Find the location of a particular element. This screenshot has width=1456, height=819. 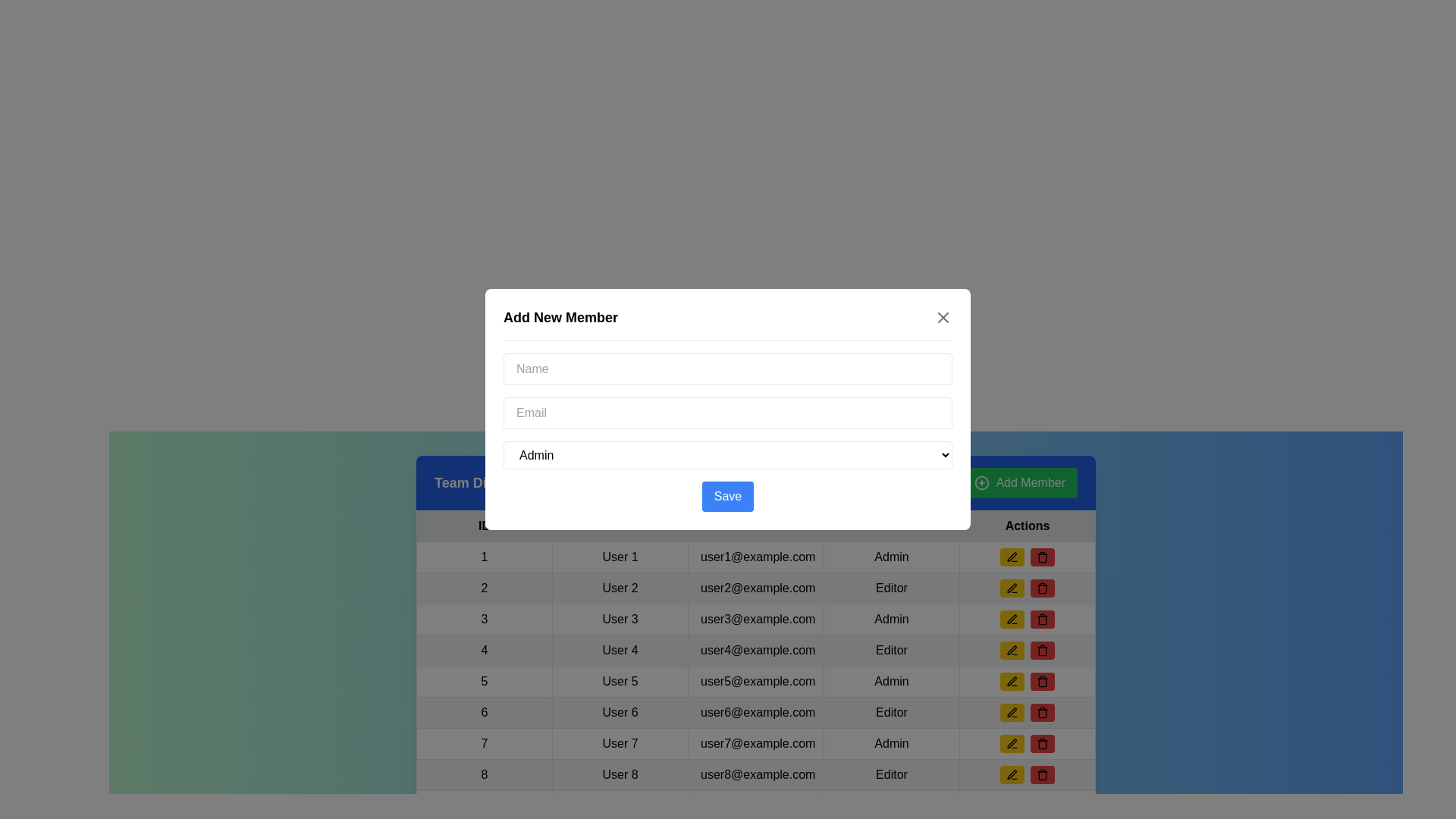

the table cell displaying 'User 5' is located at coordinates (620, 680).